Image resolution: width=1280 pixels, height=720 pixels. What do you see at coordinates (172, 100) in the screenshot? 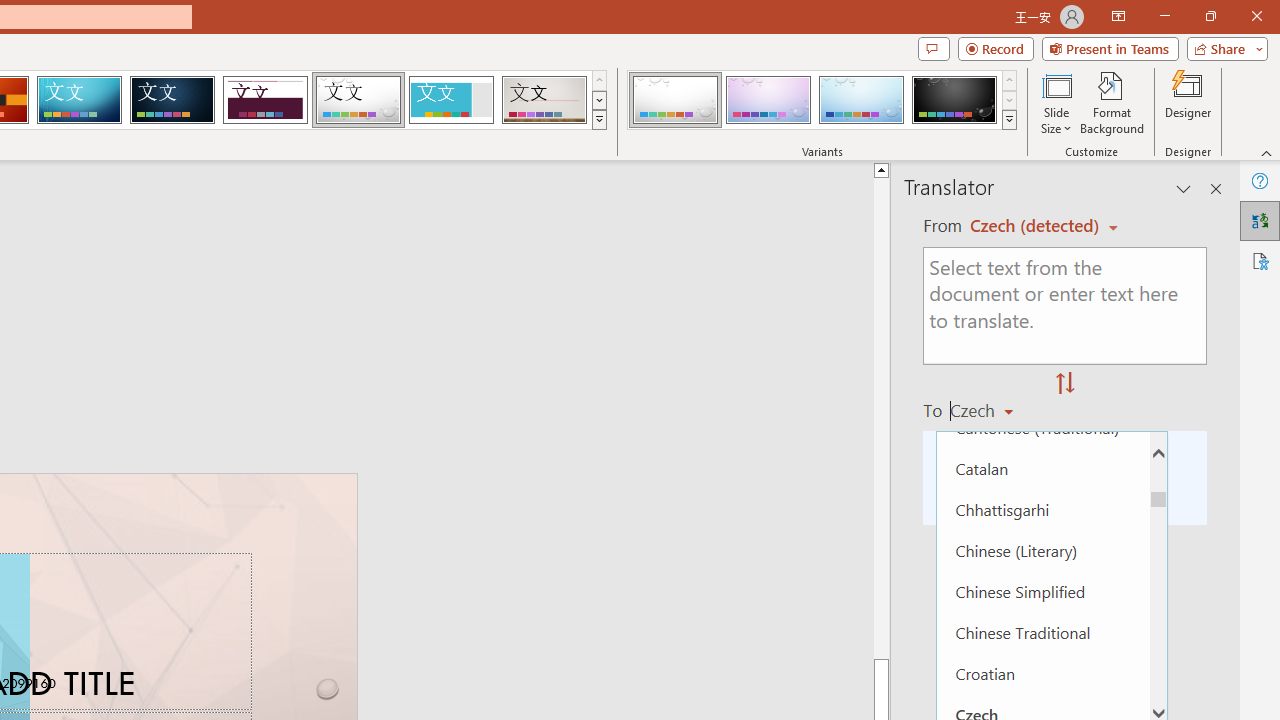
I see `'Damask'` at bounding box center [172, 100].